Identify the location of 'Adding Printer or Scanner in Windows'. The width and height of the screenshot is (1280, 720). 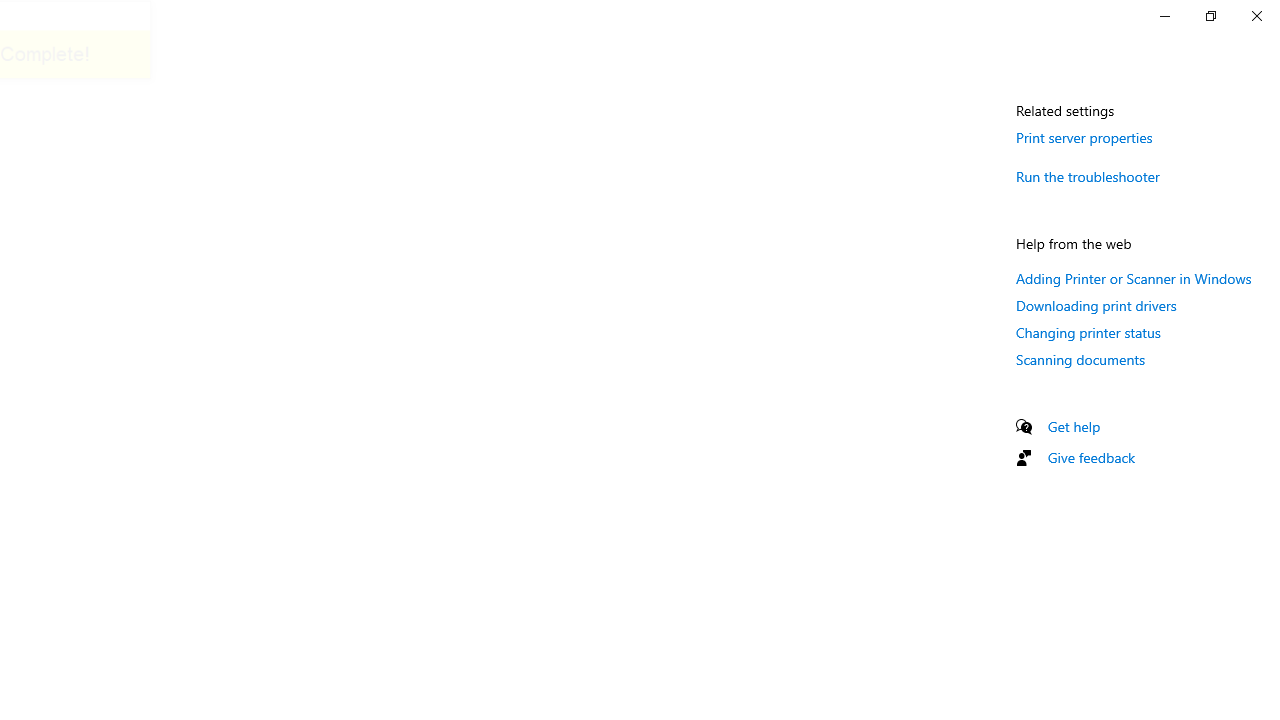
(1134, 278).